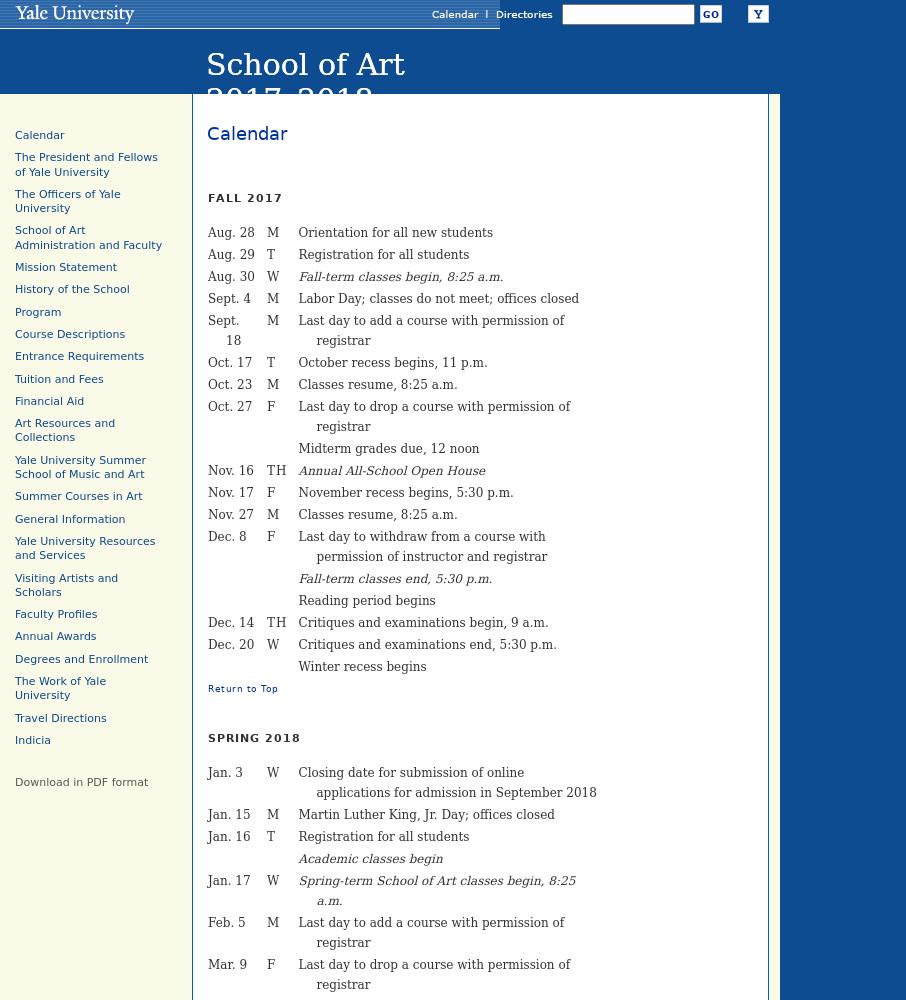 This screenshot has width=906, height=1000. I want to click on 'Fall-term classes end, 5:30 p.m.', so click(394, 578).